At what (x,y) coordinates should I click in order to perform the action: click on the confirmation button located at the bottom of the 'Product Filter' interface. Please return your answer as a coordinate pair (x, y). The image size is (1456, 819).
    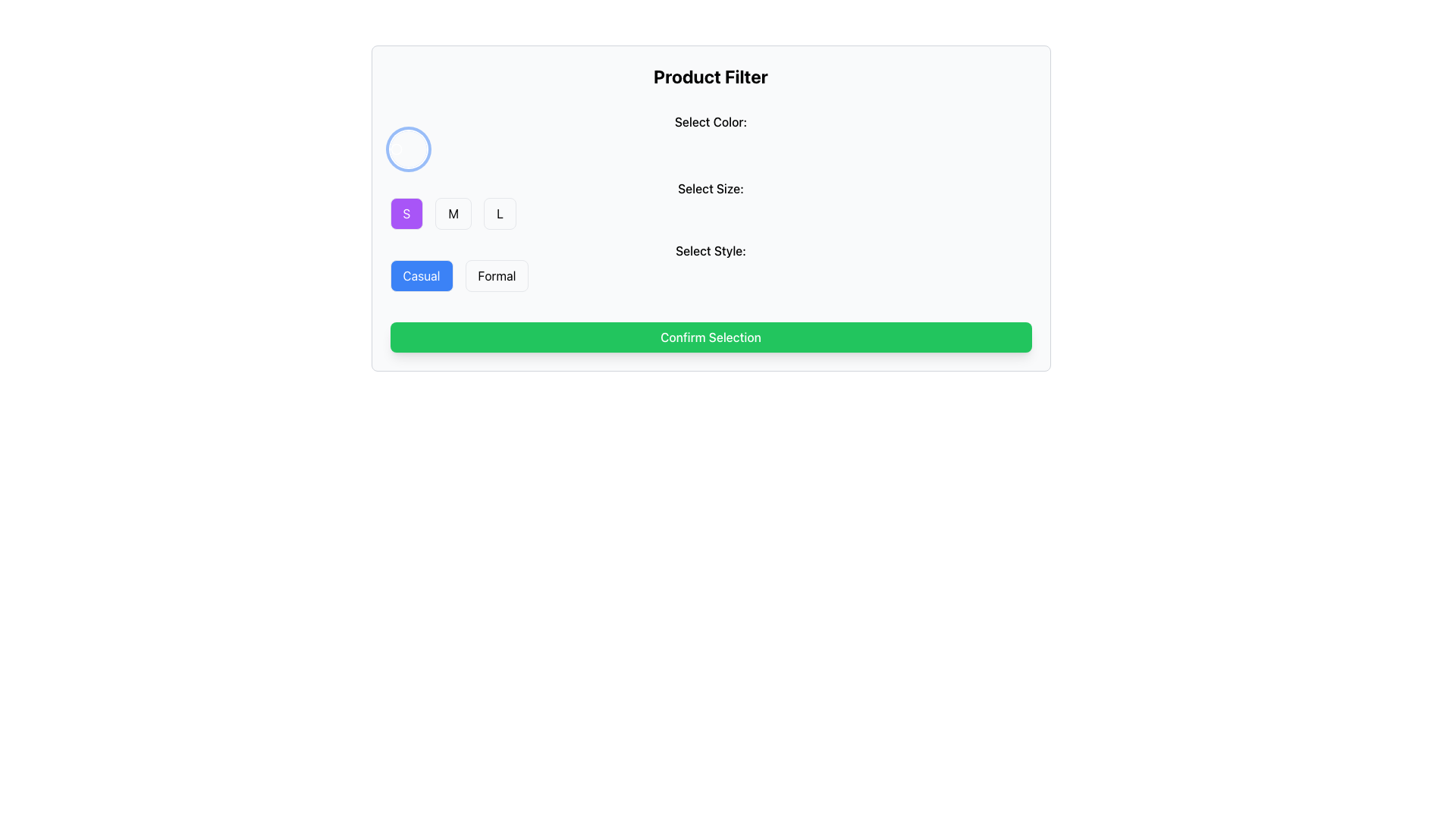
    Looking at the image, I should click on (710, 336).